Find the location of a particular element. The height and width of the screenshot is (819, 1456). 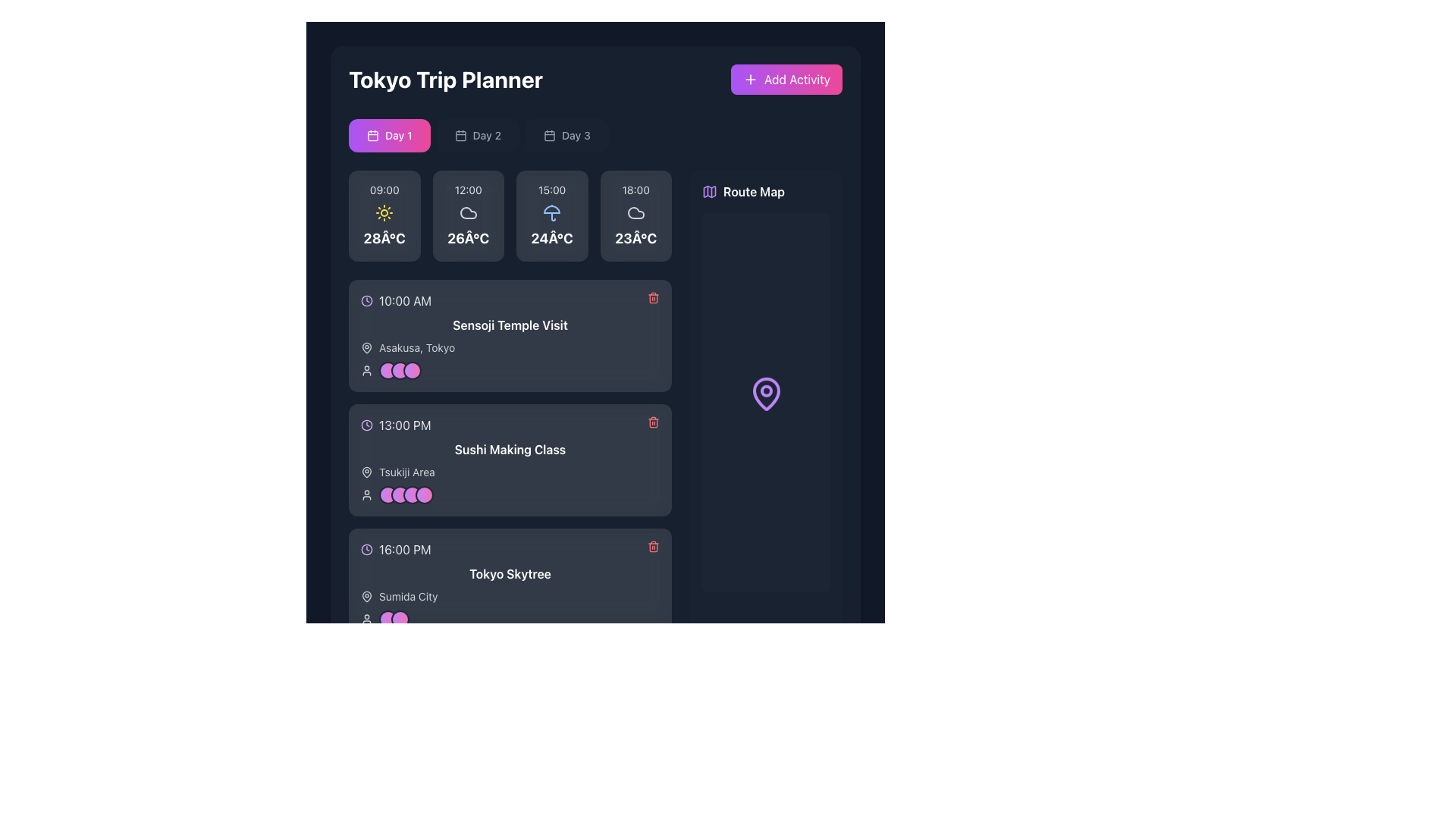

the text label displaying '10:00 AM' in light gray font, located next to the purple clock icon within the 'Sensoji Temple Visit' panel is located at coordinates (405, 301).